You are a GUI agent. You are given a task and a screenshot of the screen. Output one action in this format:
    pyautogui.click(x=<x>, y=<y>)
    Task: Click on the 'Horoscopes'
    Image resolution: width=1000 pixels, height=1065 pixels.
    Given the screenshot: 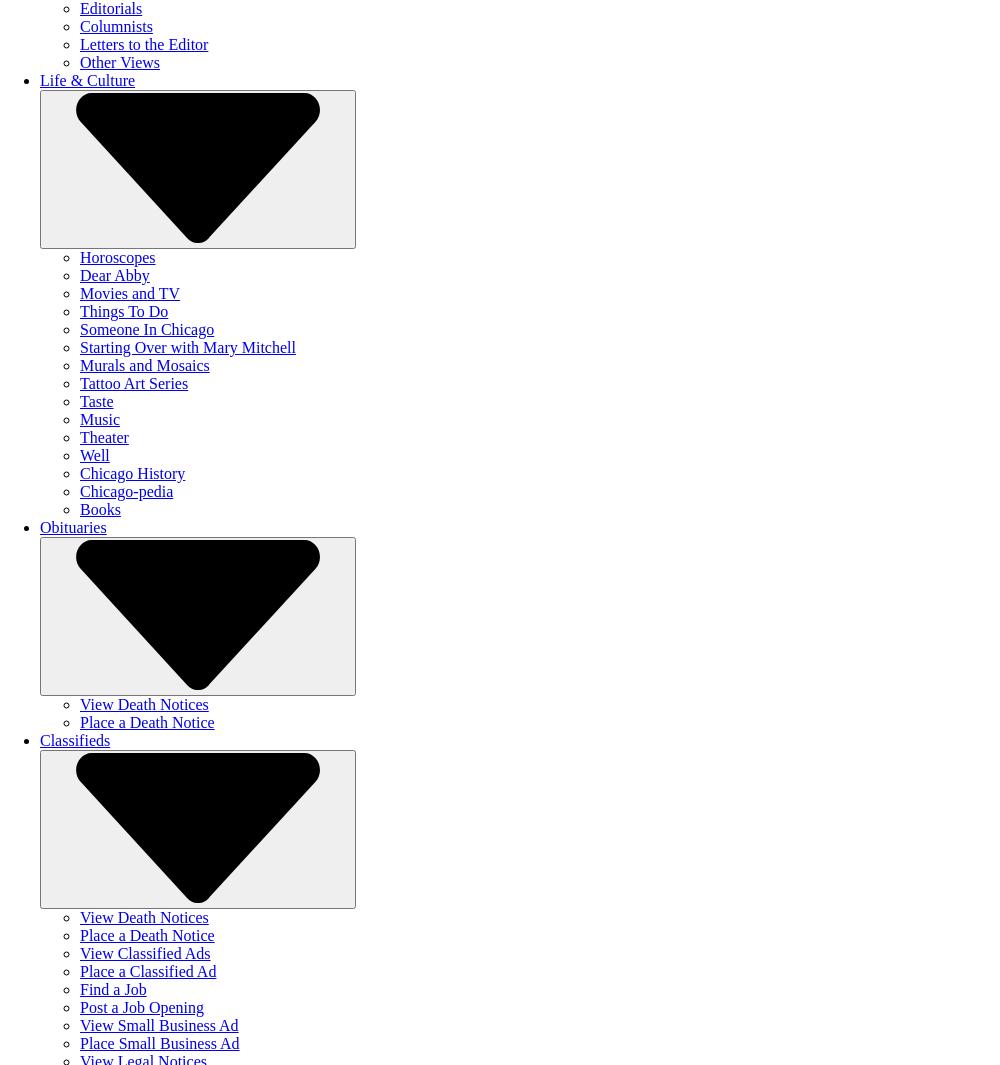 What is the action you would take?
    pyautogui.click(x=116, y=256)
    